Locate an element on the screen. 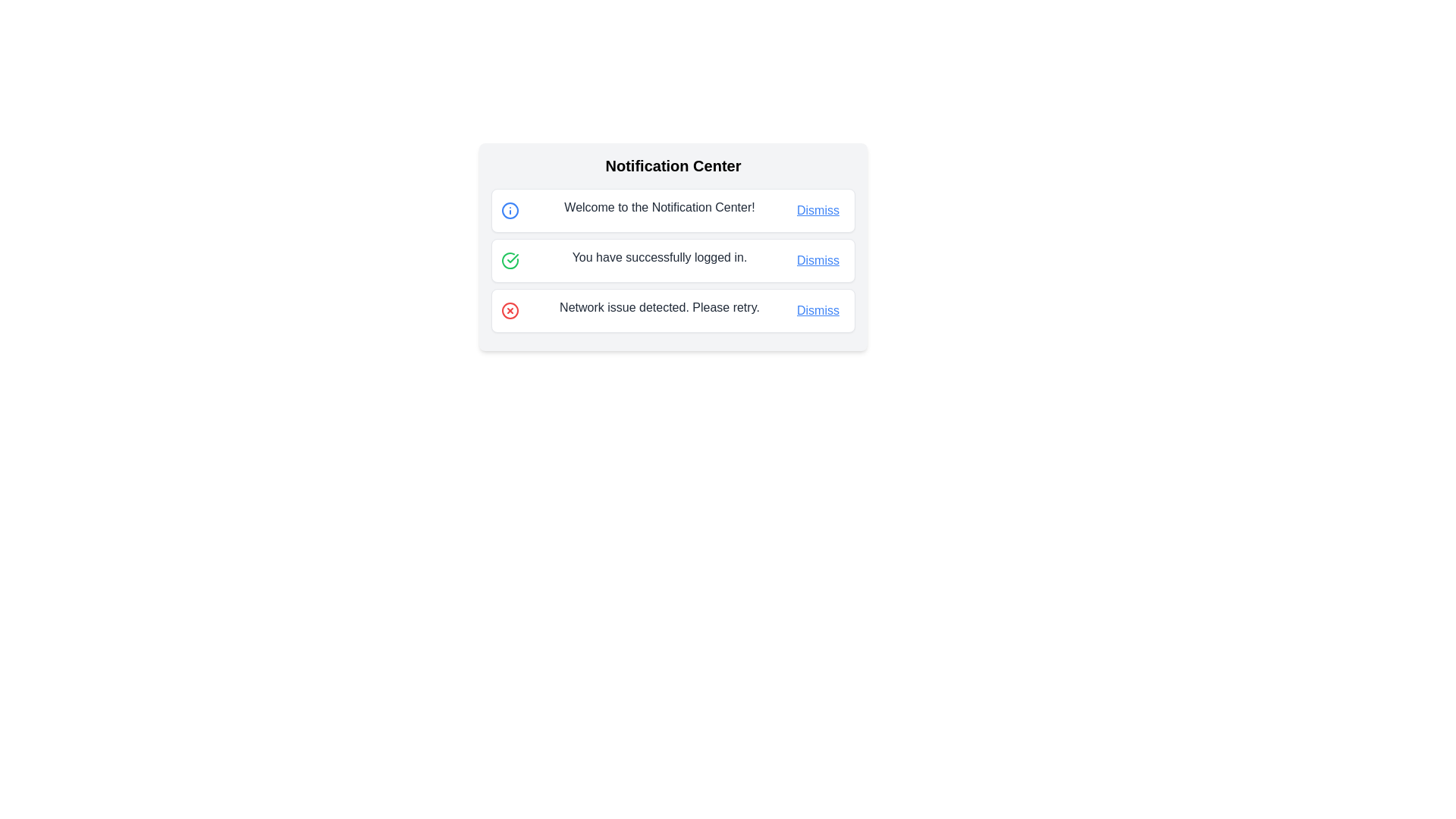  the successful login notification text label, which is located in the second notification card, to the right of a green round checkmark icon and to the left of a blue 'Dismiss' link is located at coordinates (659, 256).